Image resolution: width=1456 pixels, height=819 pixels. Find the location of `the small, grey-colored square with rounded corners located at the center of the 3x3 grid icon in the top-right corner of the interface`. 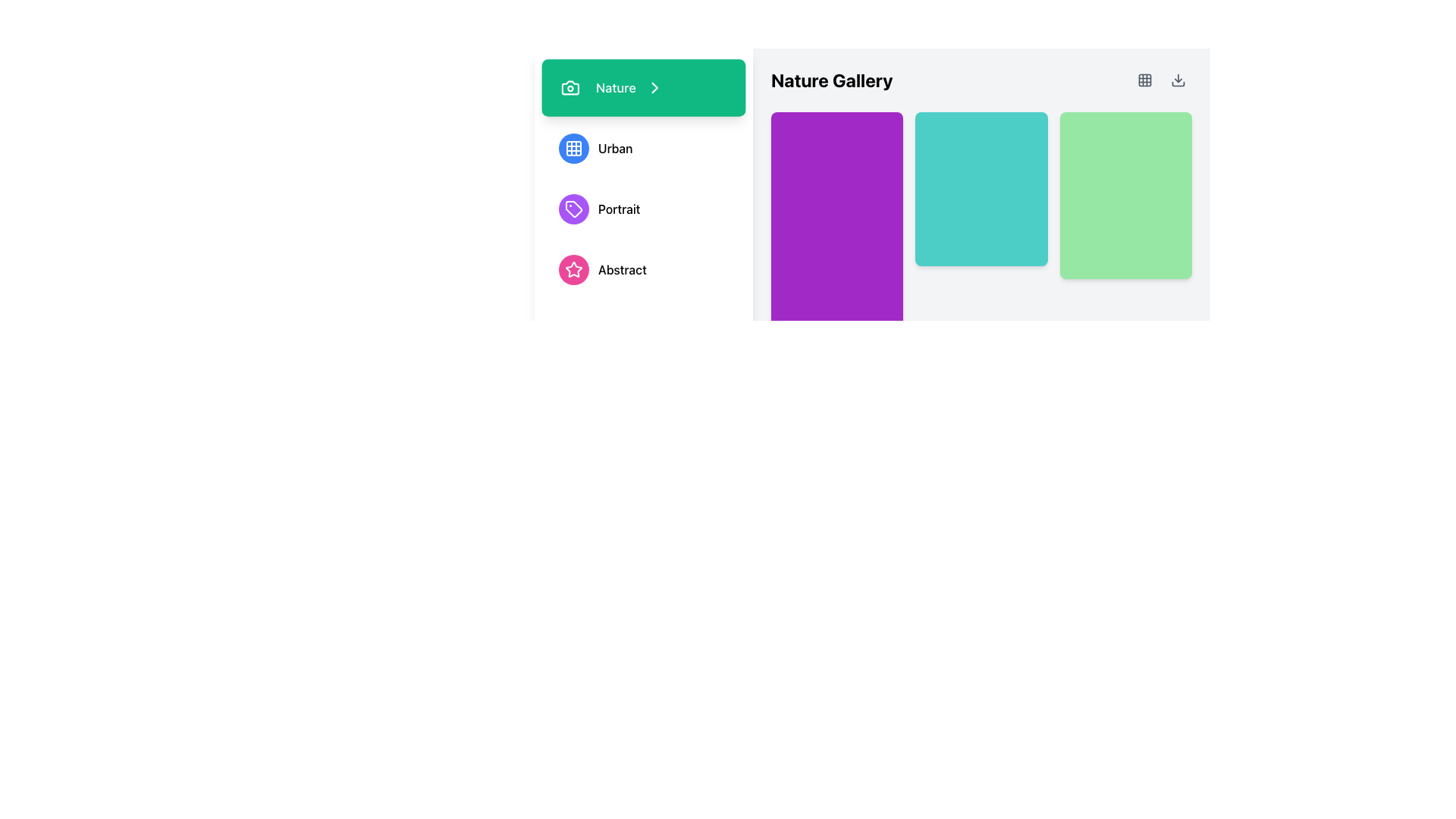

the small, grey-colored square with rounded corners located at the center of the 3x3 grid icon in the top-right corner of the interface is located at coordinates (1145, 80).